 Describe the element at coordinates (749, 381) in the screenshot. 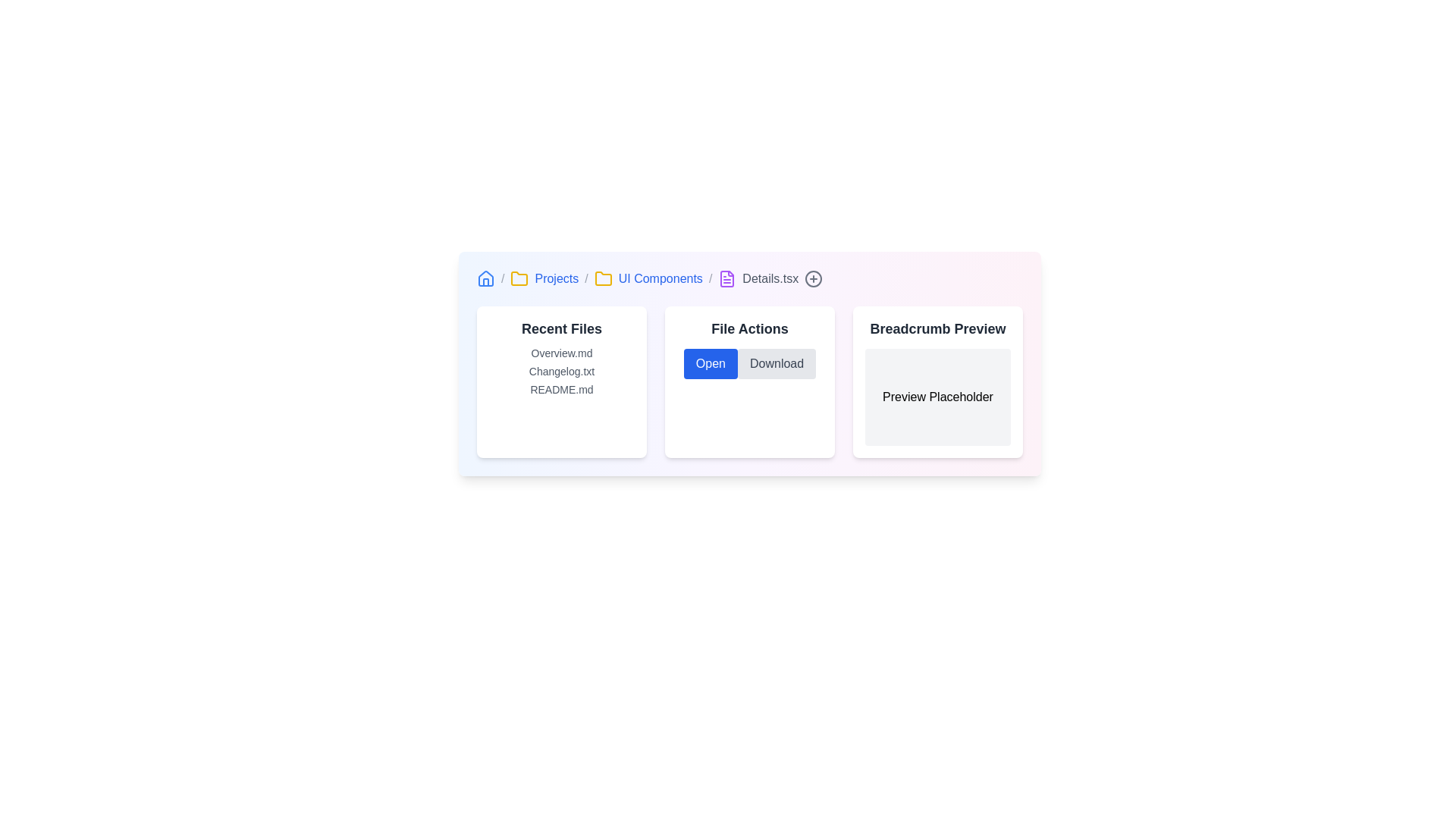

I see `the 'Download' button located within the 'File Actions' control panel to initiate the download of a file` at that location.